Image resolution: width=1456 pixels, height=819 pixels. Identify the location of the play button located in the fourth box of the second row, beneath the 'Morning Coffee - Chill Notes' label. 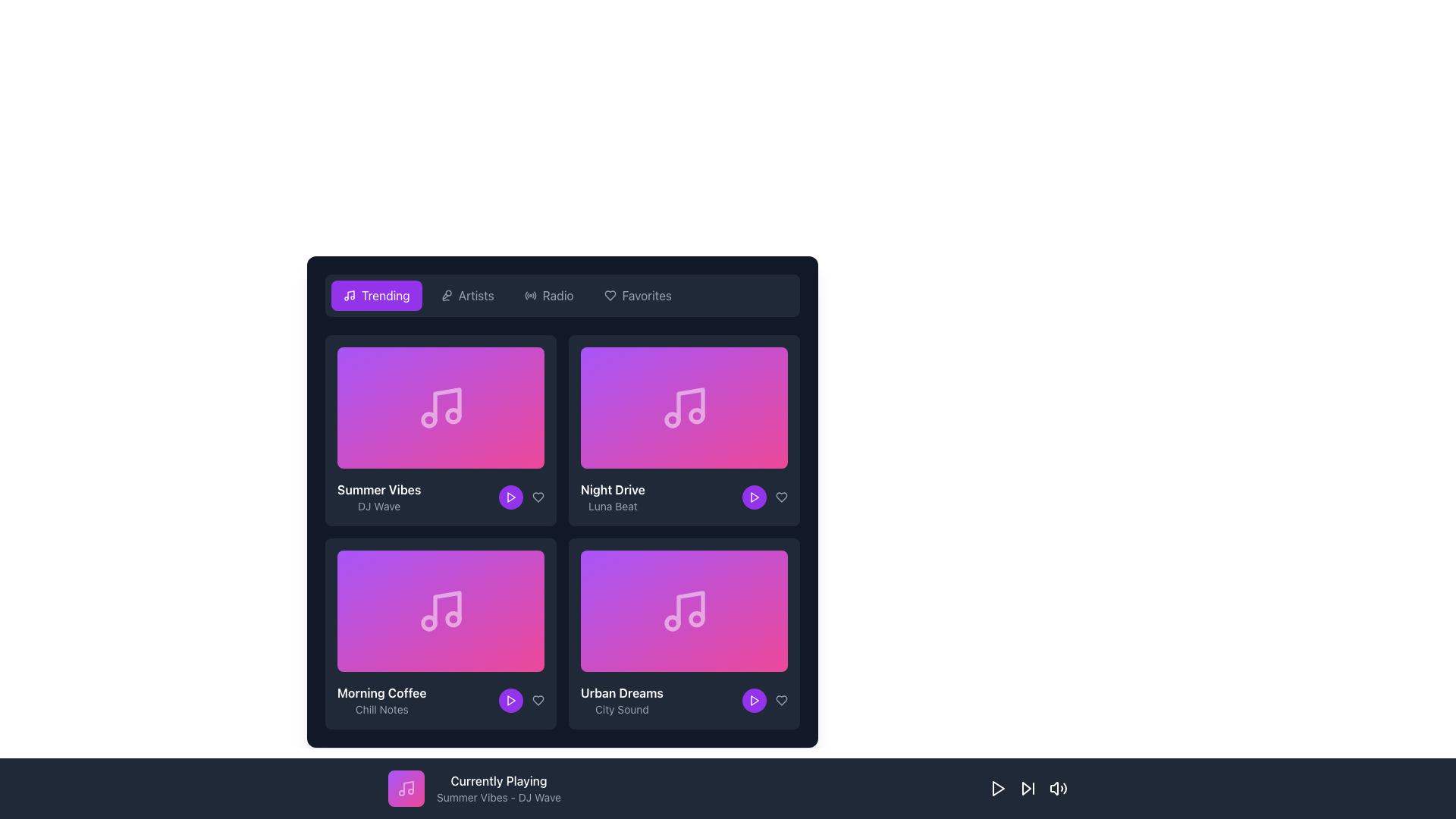
(510, 701).